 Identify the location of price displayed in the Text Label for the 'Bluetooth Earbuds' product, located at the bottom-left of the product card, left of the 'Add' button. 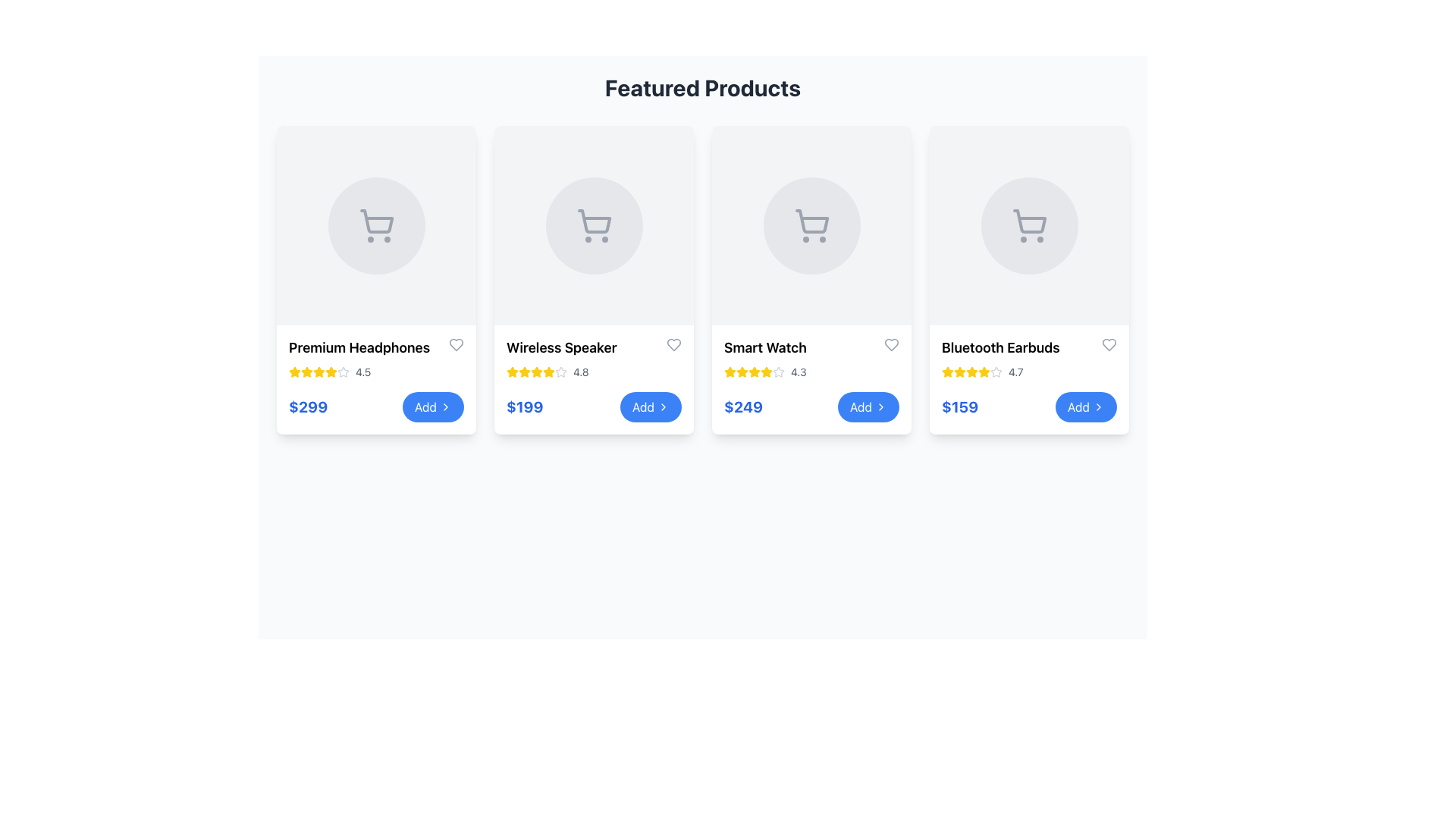
(959, 406).